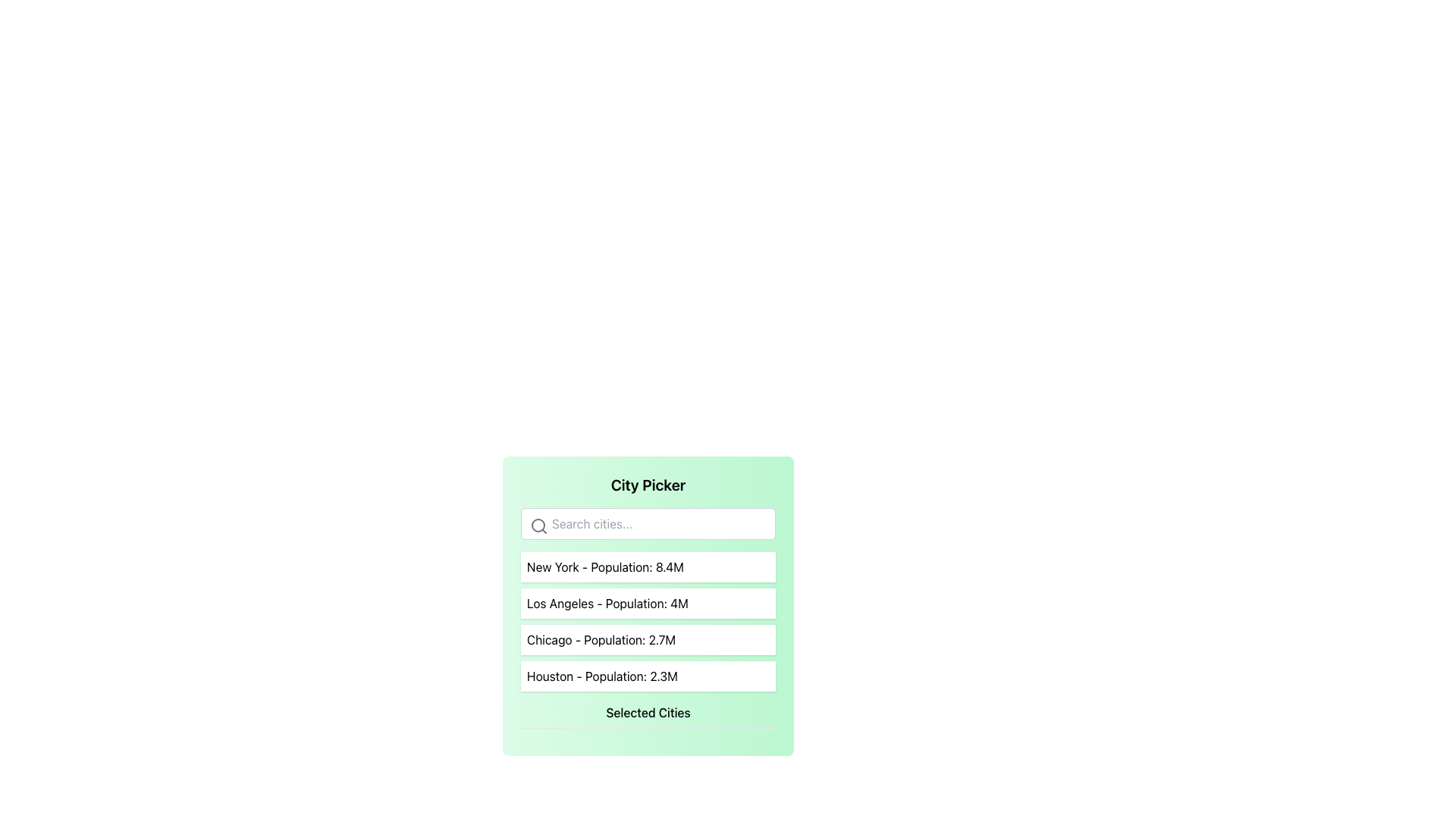 This screenshot has height=819, width=1456. I want to click on the List item displaying 'Chicago - Population: 2.7M', so click(648, 640).